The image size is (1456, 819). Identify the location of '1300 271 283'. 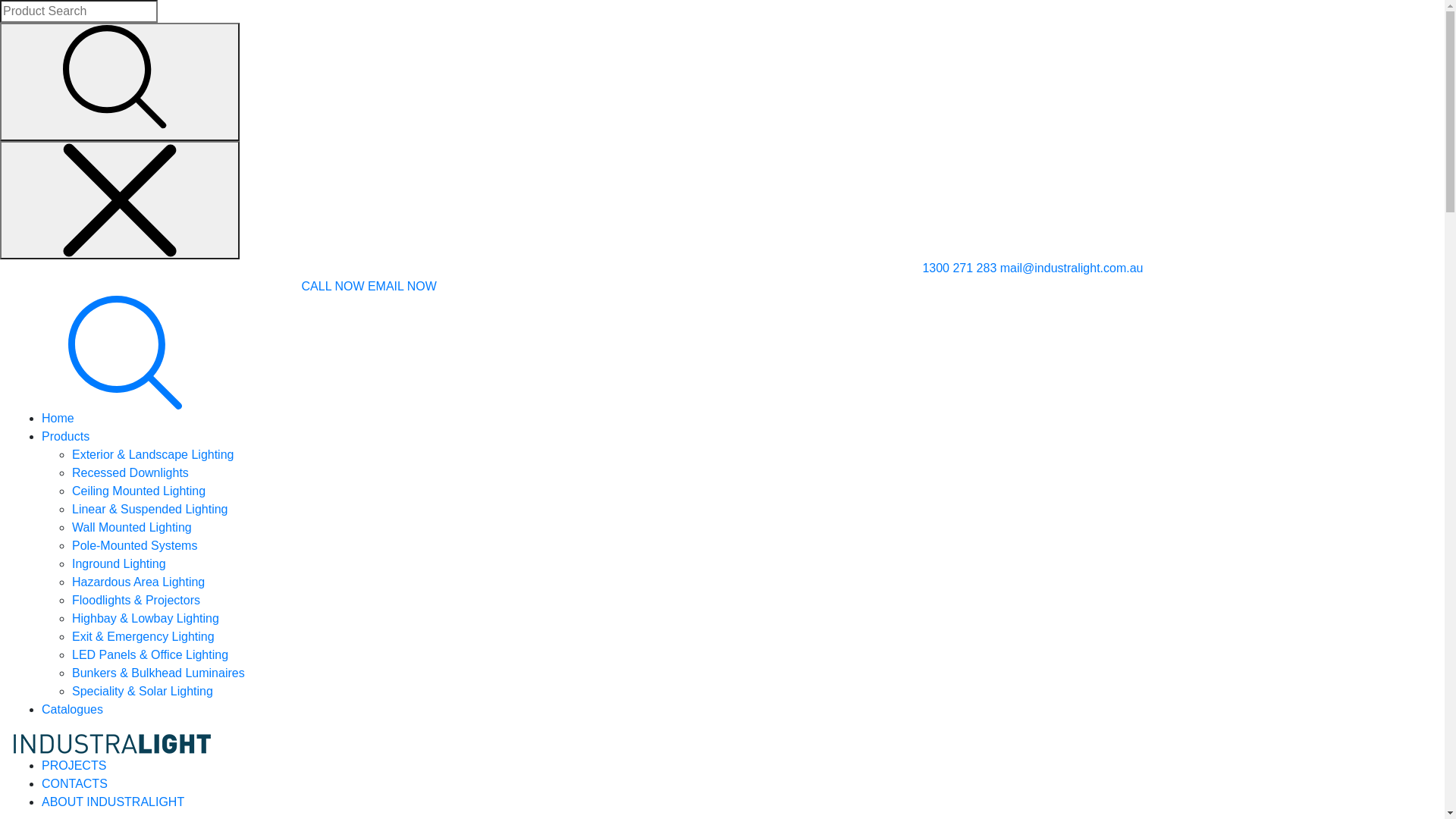
(959, 267).